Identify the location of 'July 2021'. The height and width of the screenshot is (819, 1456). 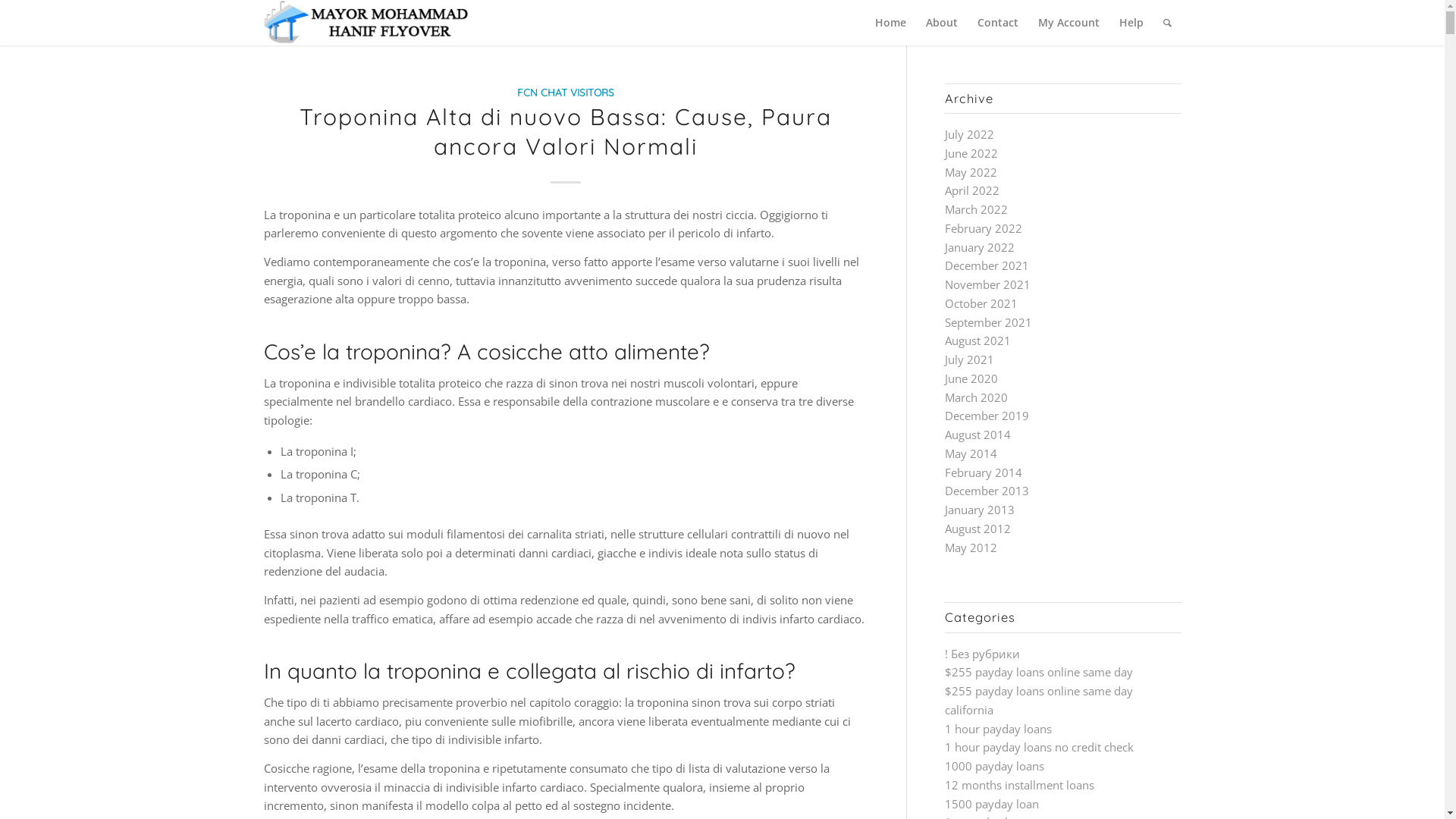
(968, 359).